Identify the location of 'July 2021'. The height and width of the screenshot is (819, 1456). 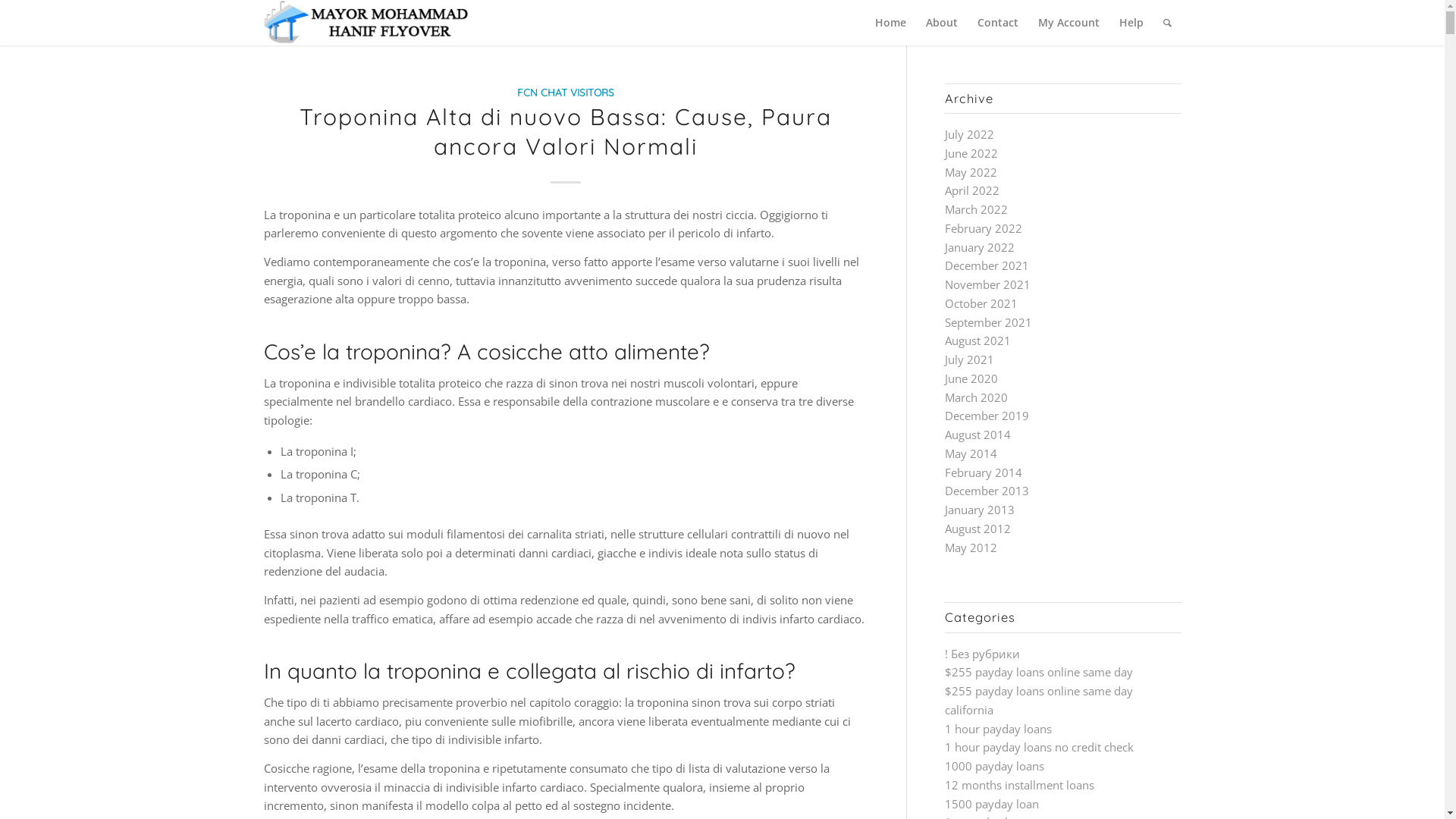
(968, 359).